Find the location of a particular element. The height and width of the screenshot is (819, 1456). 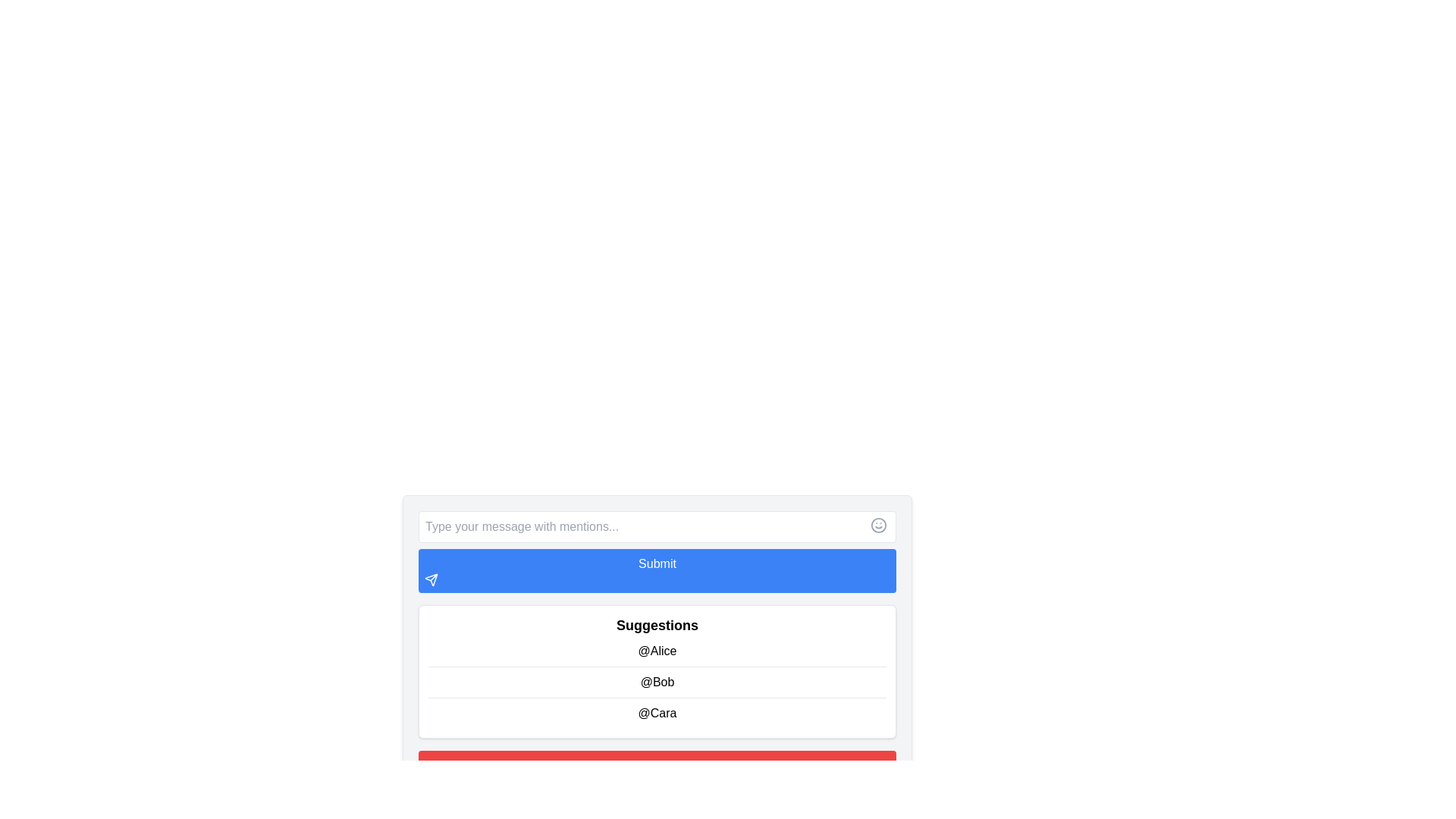

the face-like icon located in the top-right corner of the typing box, which indicates a status or option related to the input field is located at coordinates (878, 525).